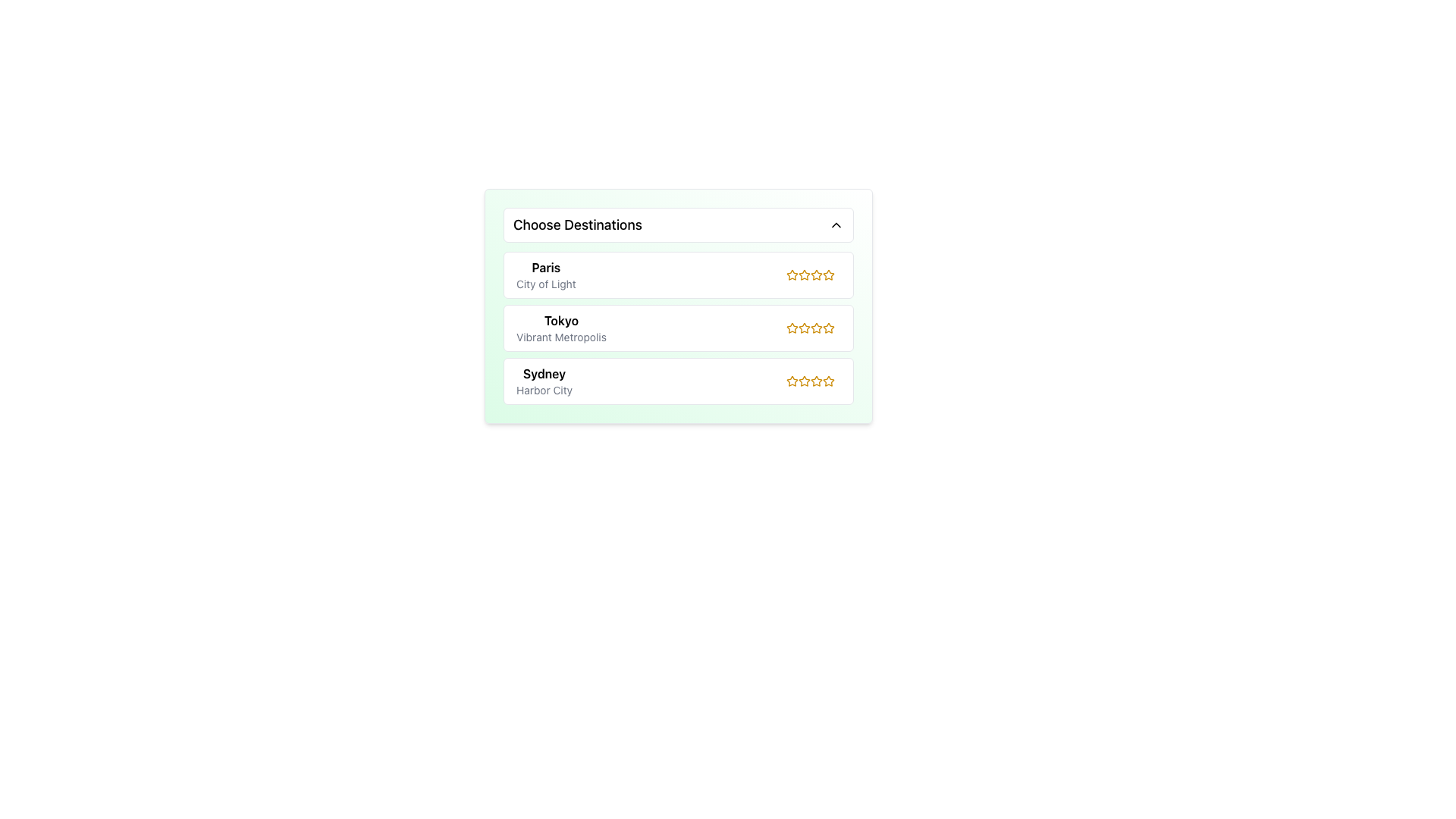 The height and width of the screenshot is (819, 1456). Describe the element at coordinates (546, 284) in the screenshot. I see `the static text descriptor located directly below the 'Paris' text element in the destination list` at that location.